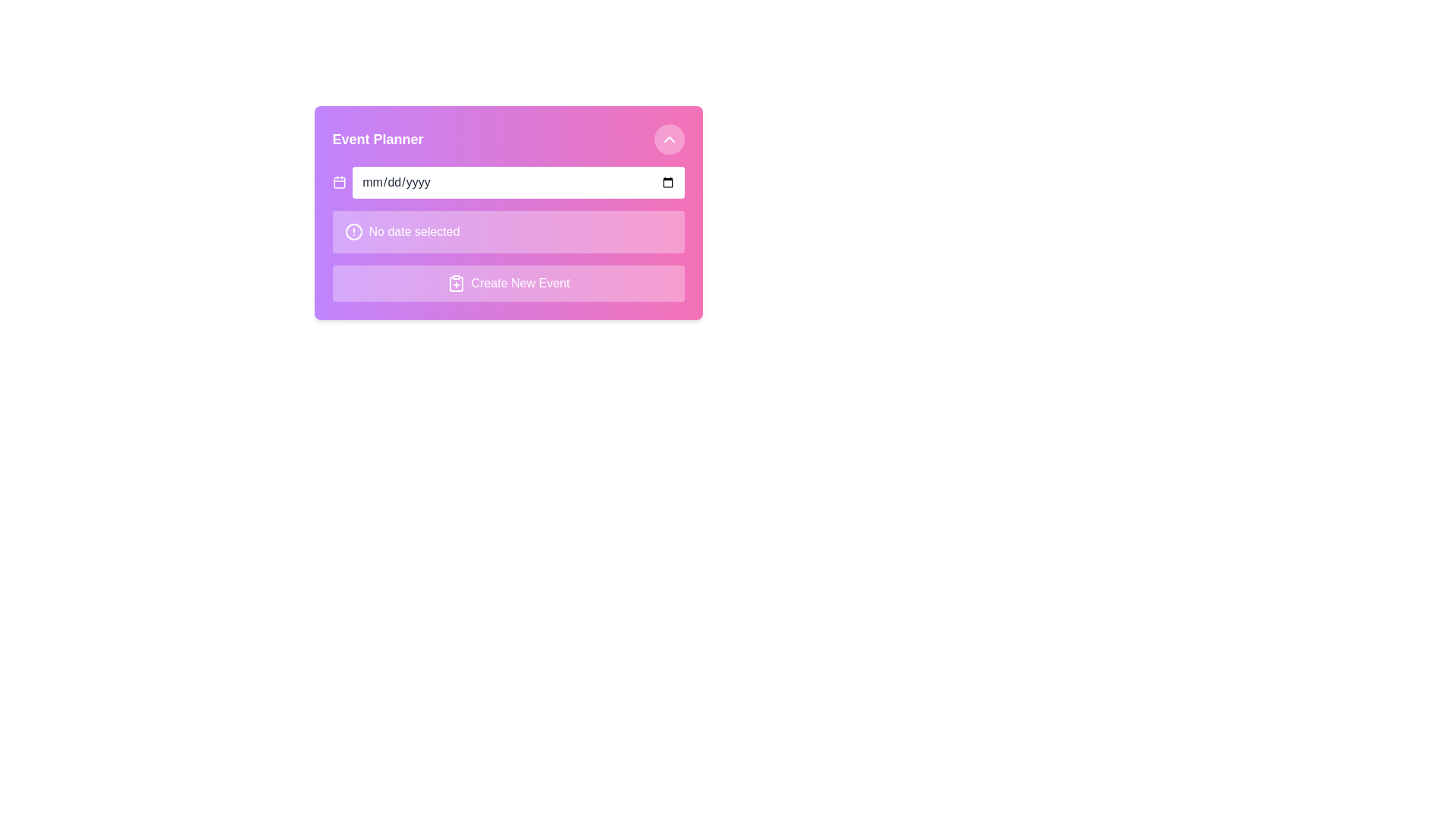 This screenshot has height=819, width=1456. Describe the element at coordinates (378, 140) in the screenshot. I see `the 'Event Planner' text label, which is styled in bold and located at the top-left corner of a card-like UI section with a gradient purple background` at that location.